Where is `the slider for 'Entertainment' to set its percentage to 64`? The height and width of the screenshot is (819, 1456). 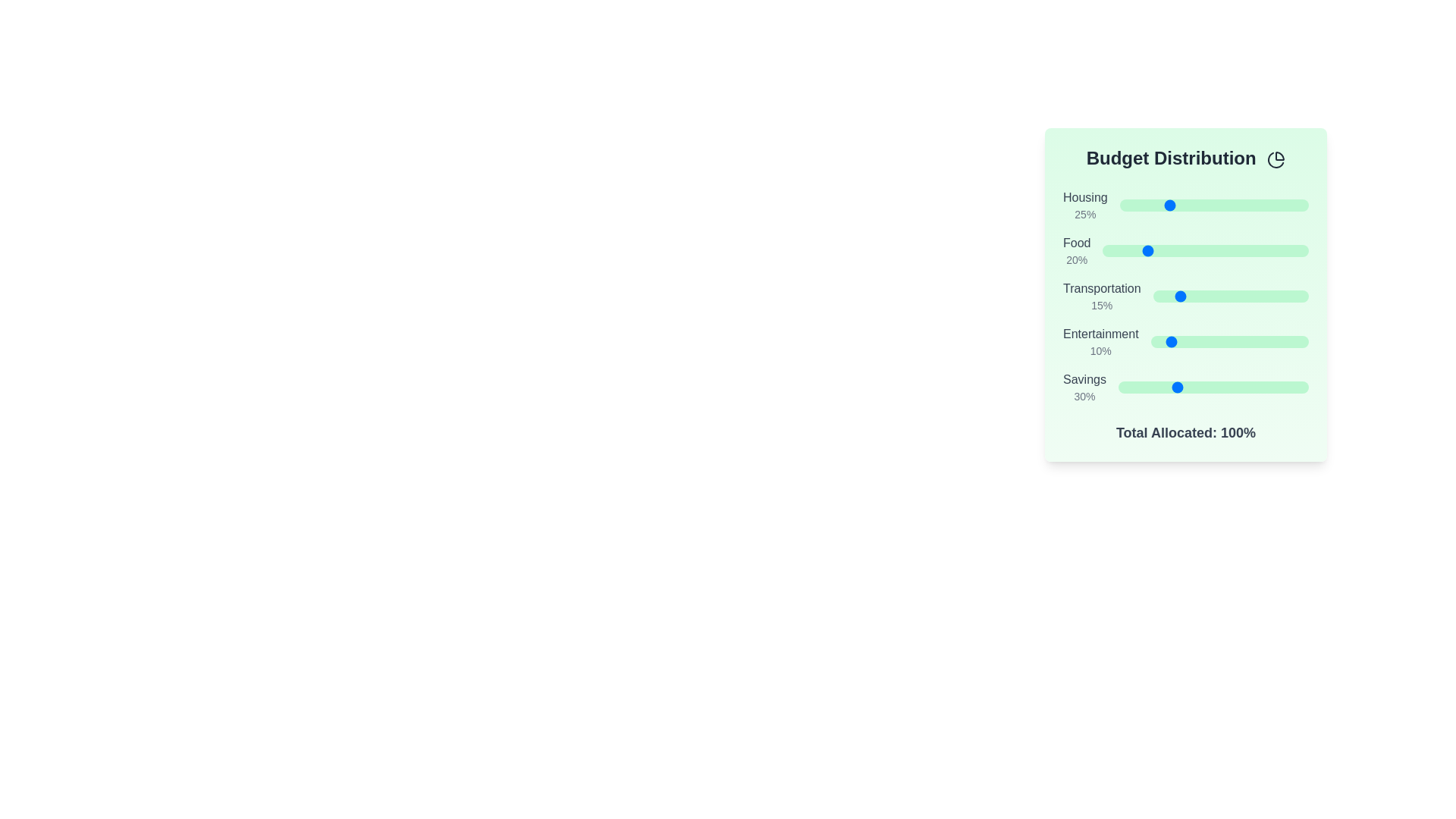 the slider for 'Entertainment' to set its percentage to 64 is located at coordinates (1252, 342).